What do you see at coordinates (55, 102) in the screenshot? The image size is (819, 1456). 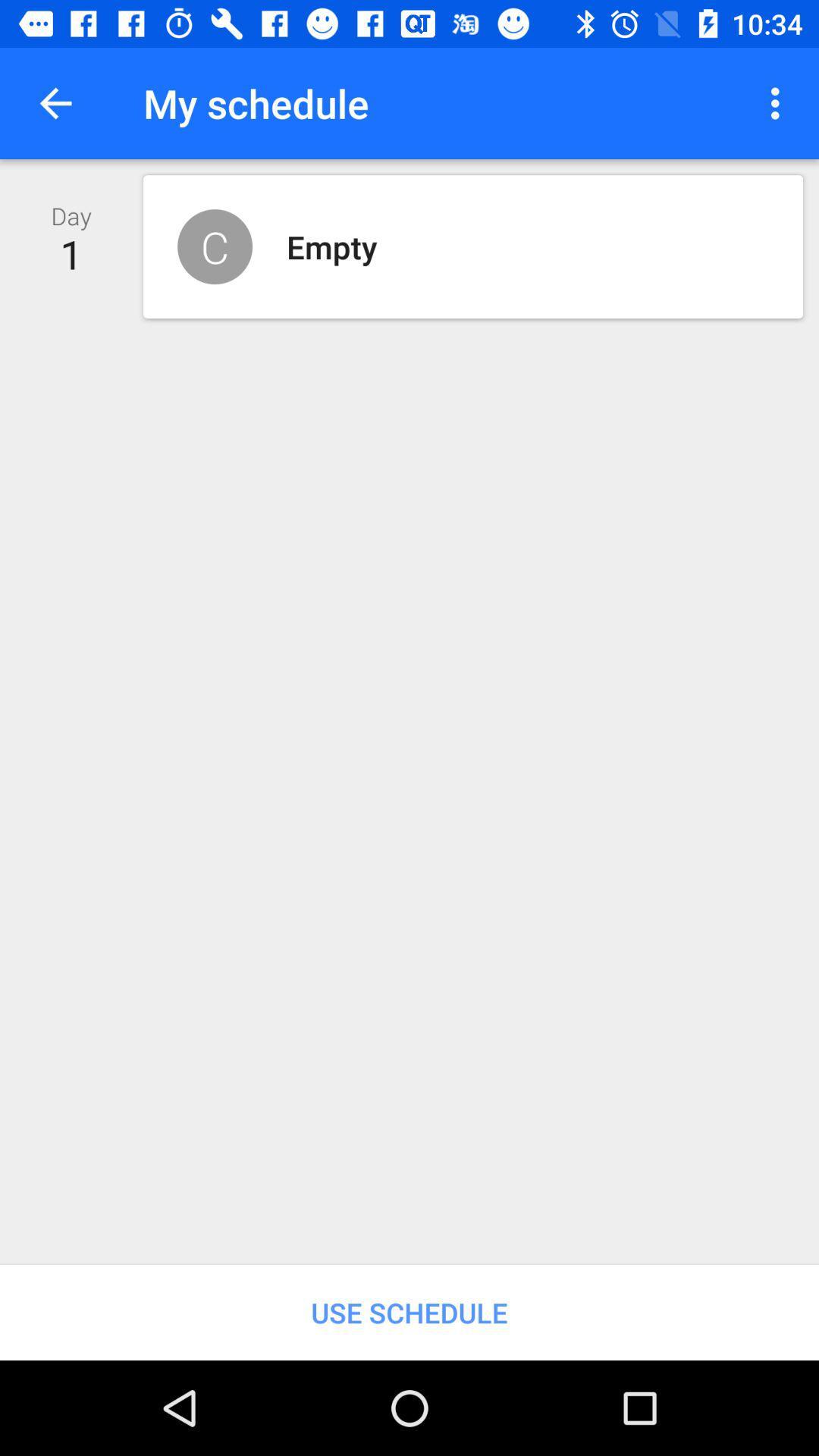 I see `the item next to the my schedule icon` at bounding box center [55, 102].